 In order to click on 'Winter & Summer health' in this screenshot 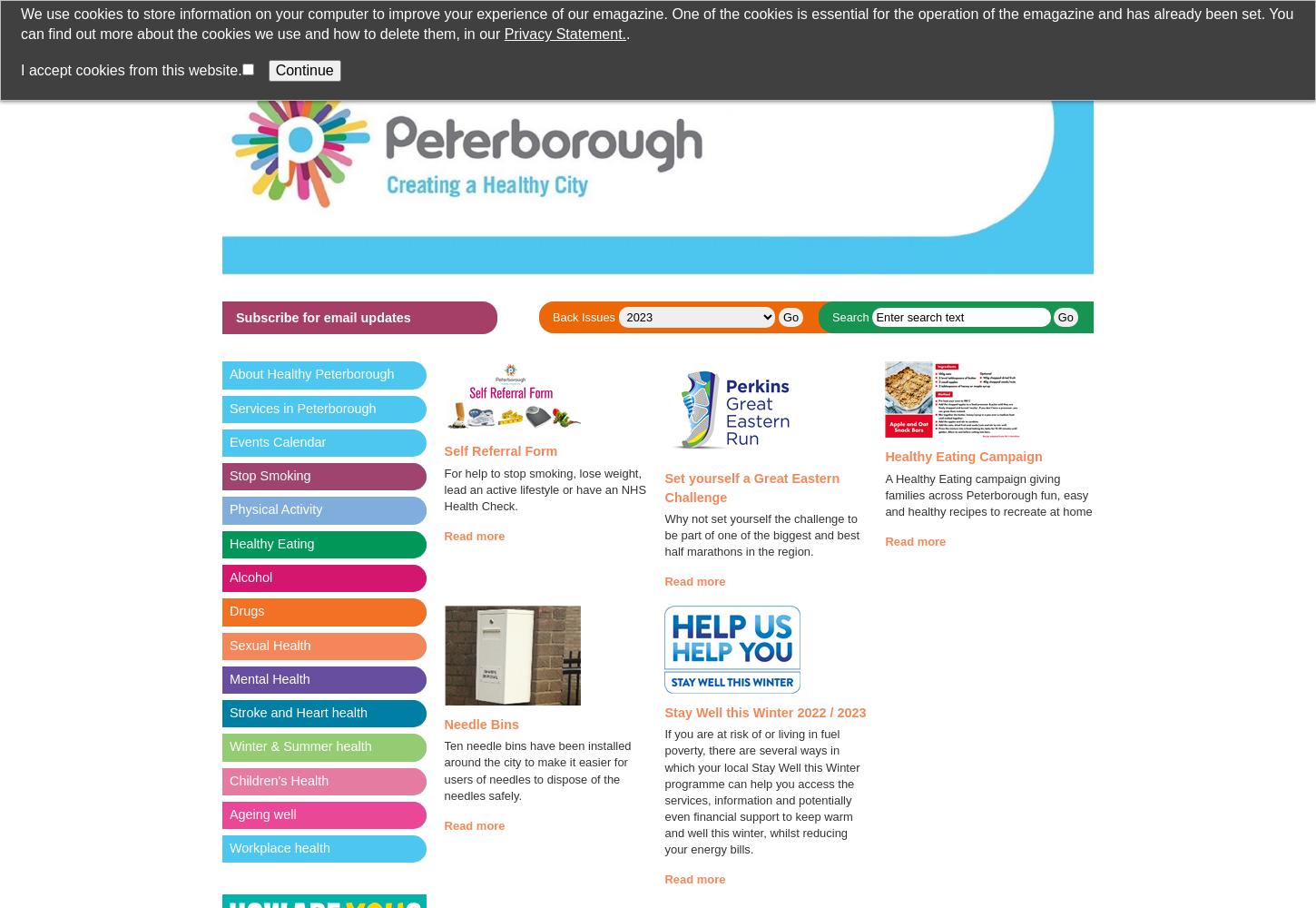, I will do `click(300, 745)`.